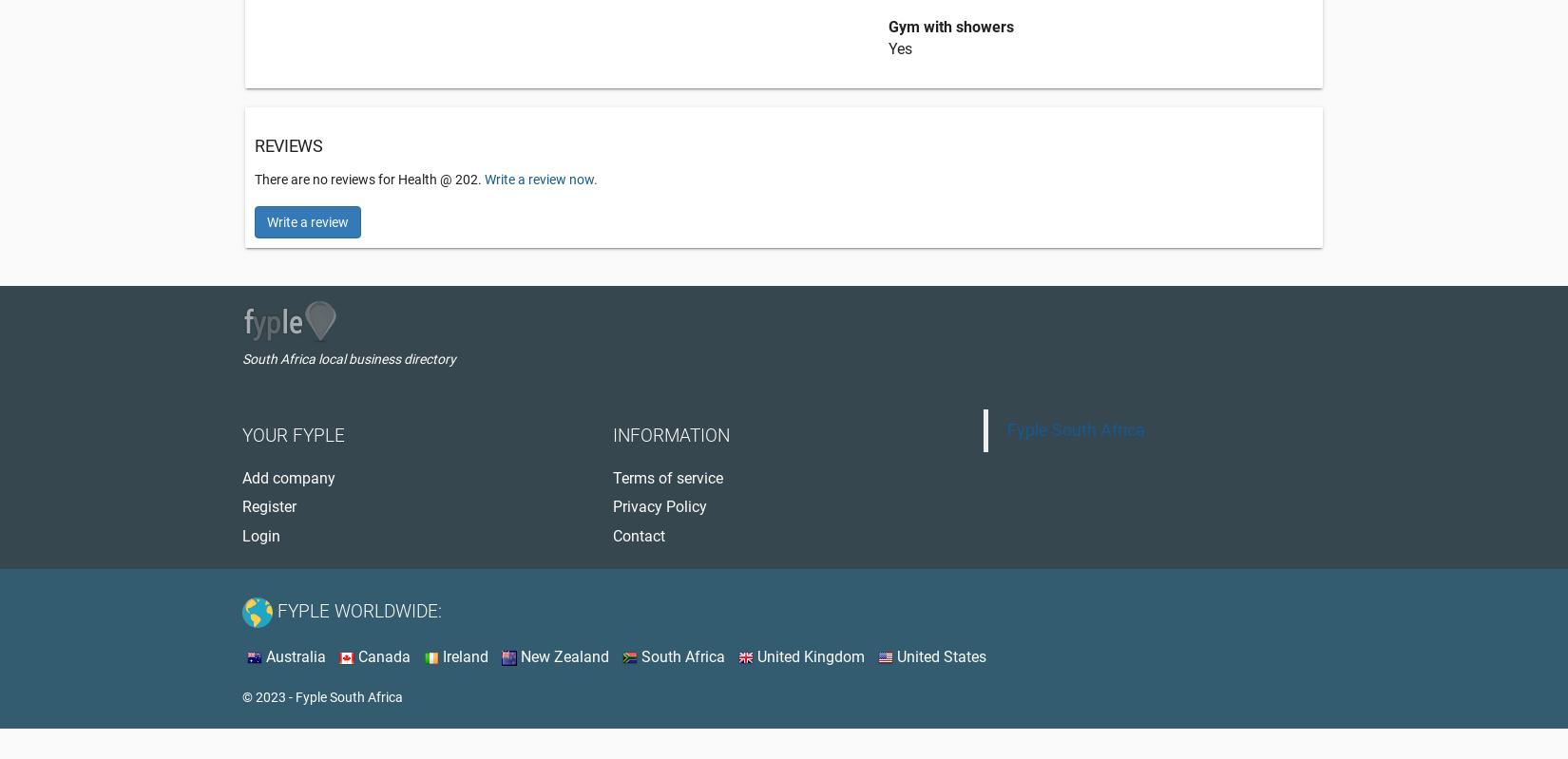 This screenshot has width=1568, height=759. I want to click on 'Australia', so click(294, 656).